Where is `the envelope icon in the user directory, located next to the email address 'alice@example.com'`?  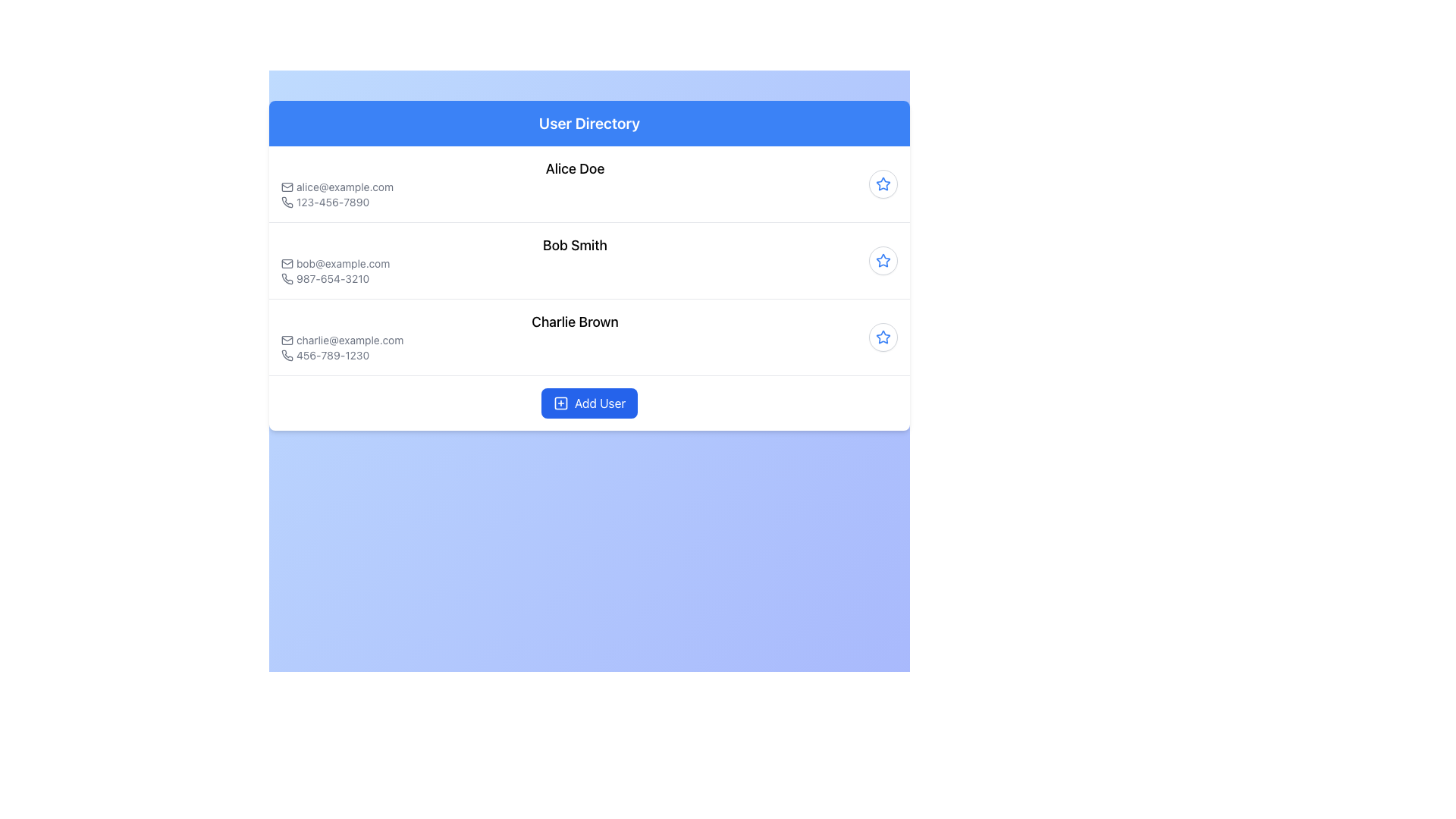
the envelope icon in the user directory, located next to the email address 'alice@example.com' is located at coordinates (287, 186).